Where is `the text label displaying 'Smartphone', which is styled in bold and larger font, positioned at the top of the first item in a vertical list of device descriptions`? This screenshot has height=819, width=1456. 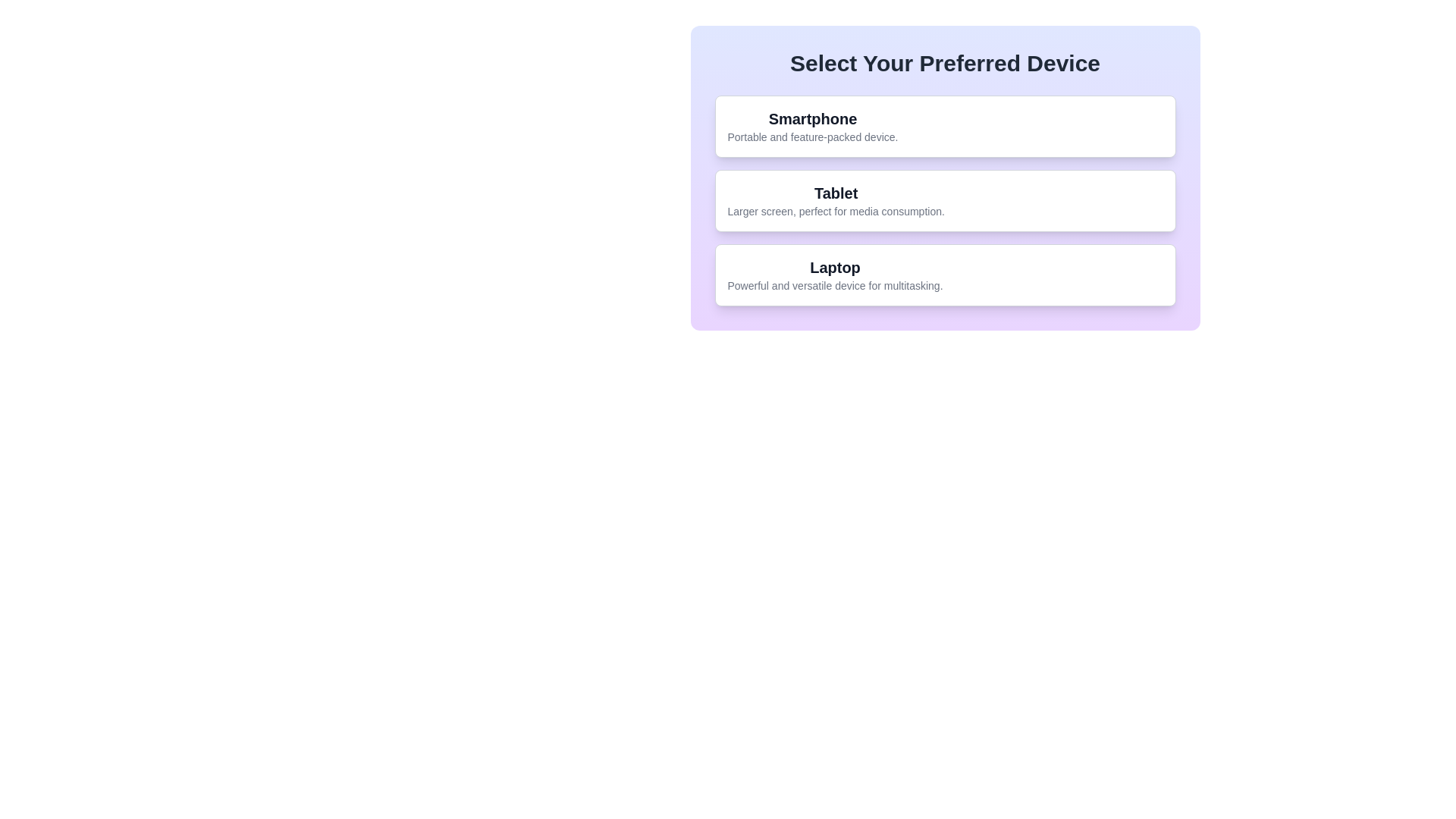
the text label displaying 'Smartphone', which is styled in bold and larger font, positioned at the top of the first item in a vertical list of device descriptions is located at coordinates (811, 118).